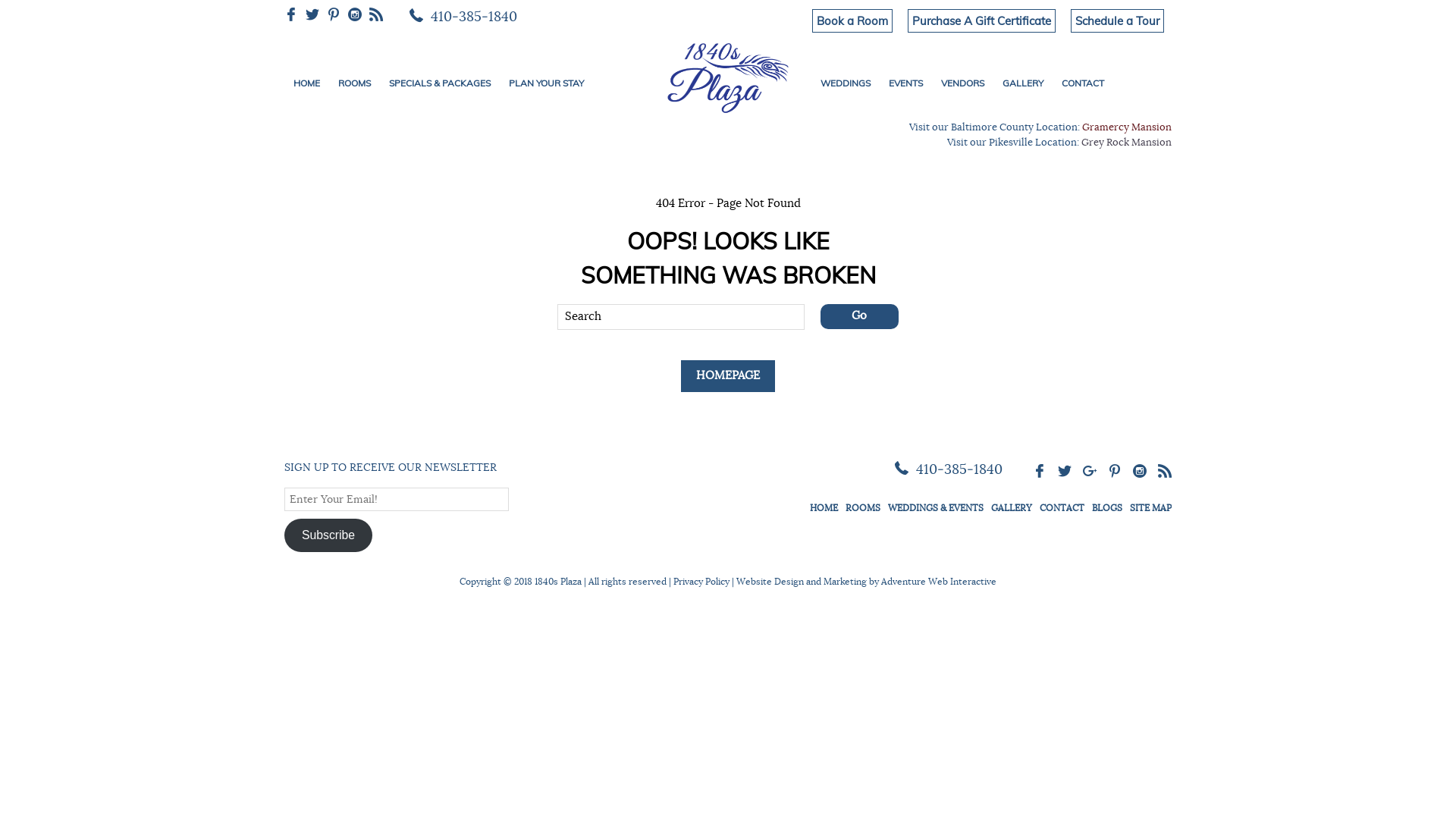 This screenshot has width=1456, height=819. I want to click on 'GALLERY', so click(1012, 508).